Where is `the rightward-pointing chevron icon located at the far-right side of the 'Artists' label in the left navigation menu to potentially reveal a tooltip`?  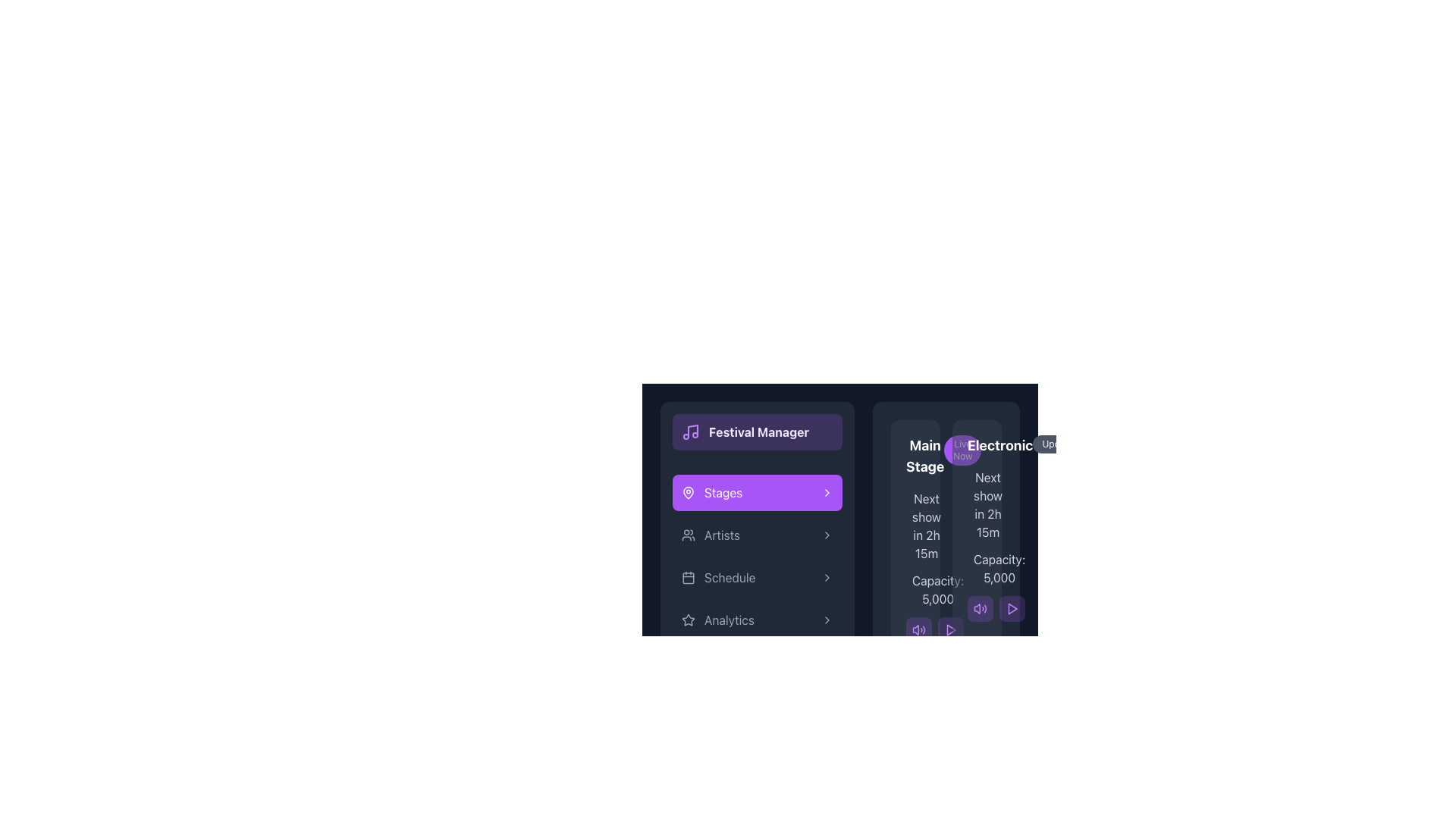 the rightward-pointing chevron icon located at the far-right side of the 'Artists' label in the left navigation menu to potentially reveal a tooltip is located at coordinates (826, 534).